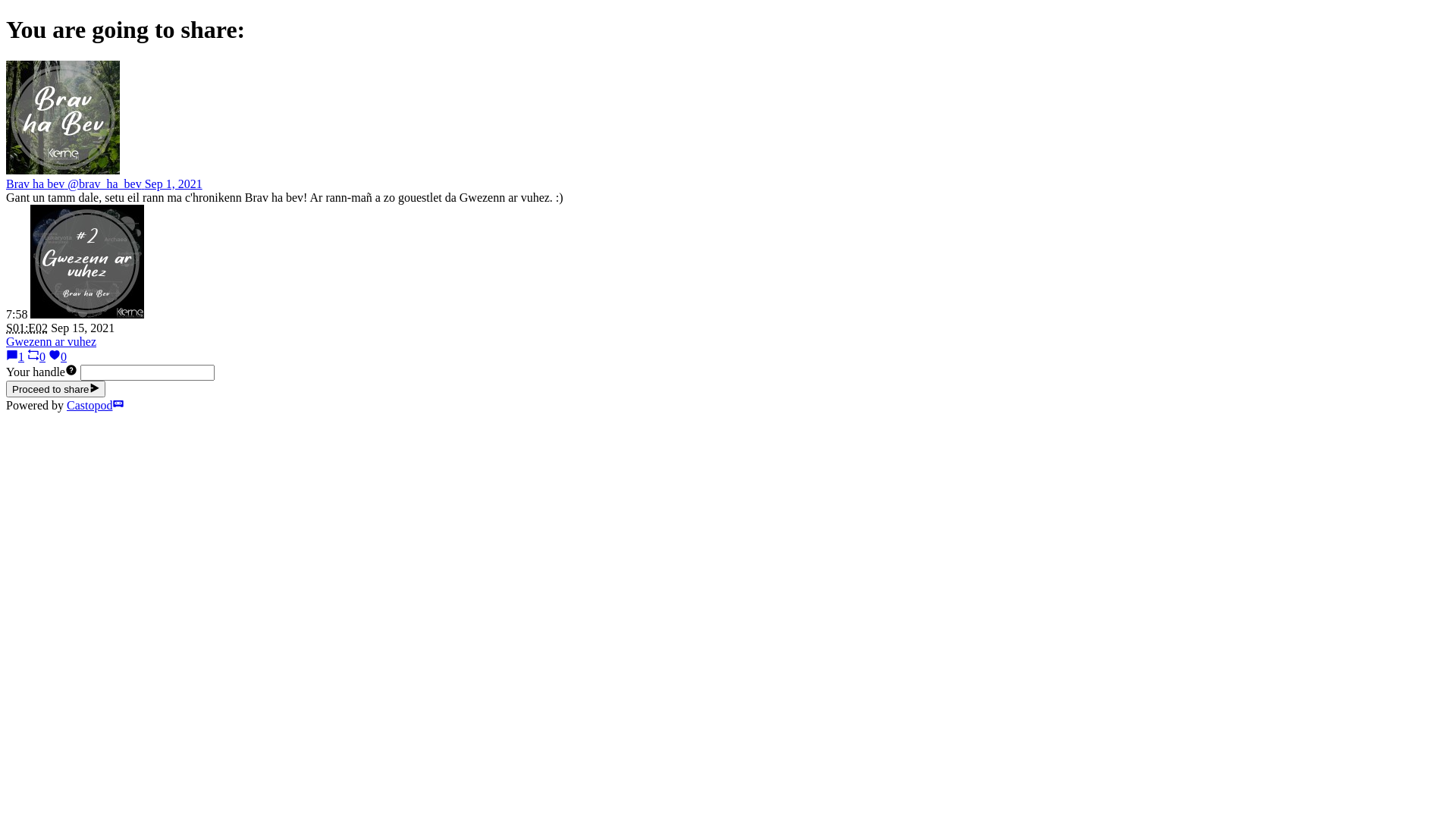 The image size is (1456, 819). Describe the element at coordinates (58, 356) in the screenshot. I see `'0'` at that location.